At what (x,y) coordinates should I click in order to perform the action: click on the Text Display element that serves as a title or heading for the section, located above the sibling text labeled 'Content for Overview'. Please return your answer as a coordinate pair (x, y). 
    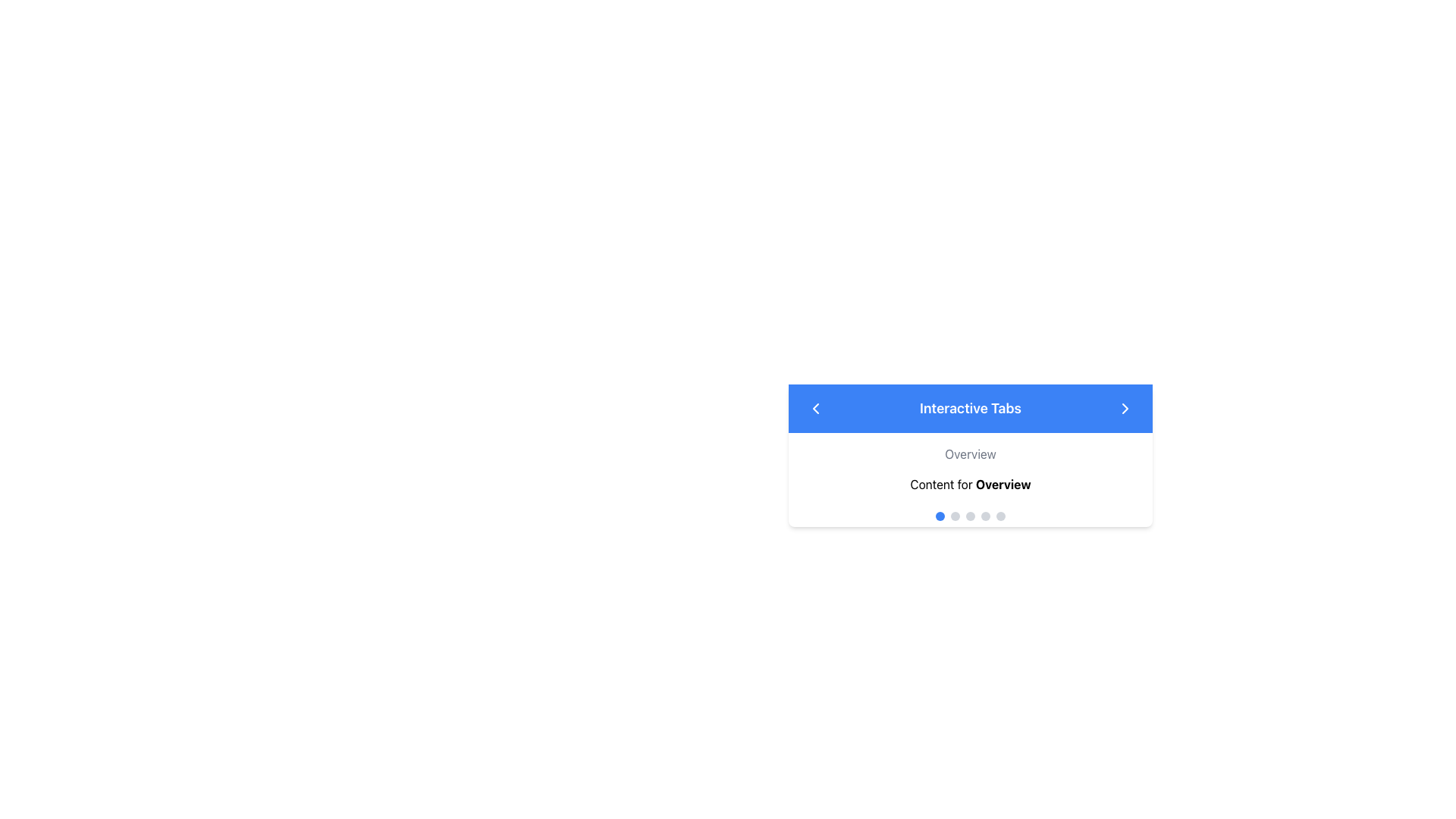
    Looking at the image, I should click on (971, 453).